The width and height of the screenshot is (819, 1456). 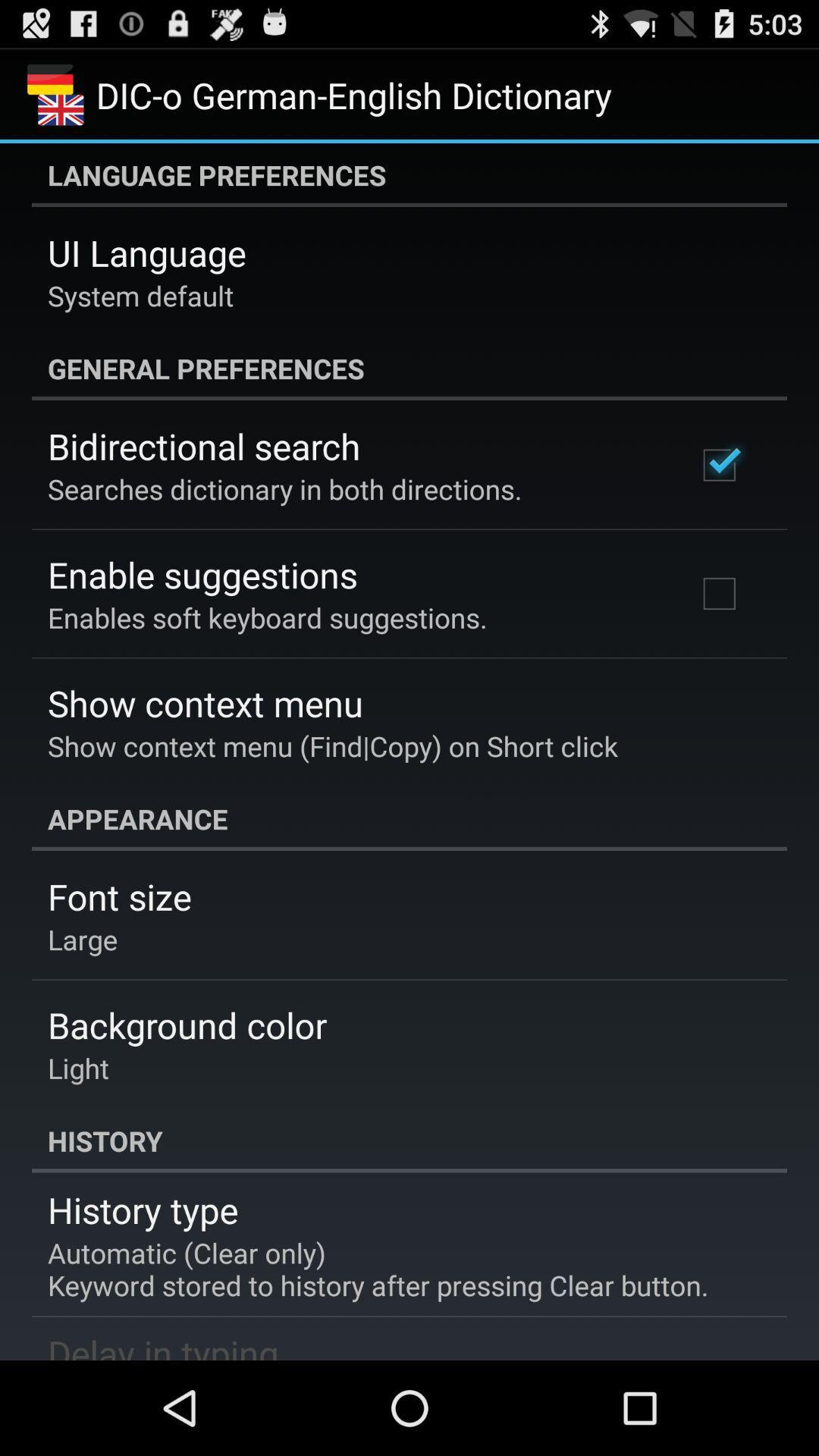 What do you see at coordinates (143, 1209) in the screenshot?
I see `app above the automatic clear only icon` at bounding box center [143, 1209].